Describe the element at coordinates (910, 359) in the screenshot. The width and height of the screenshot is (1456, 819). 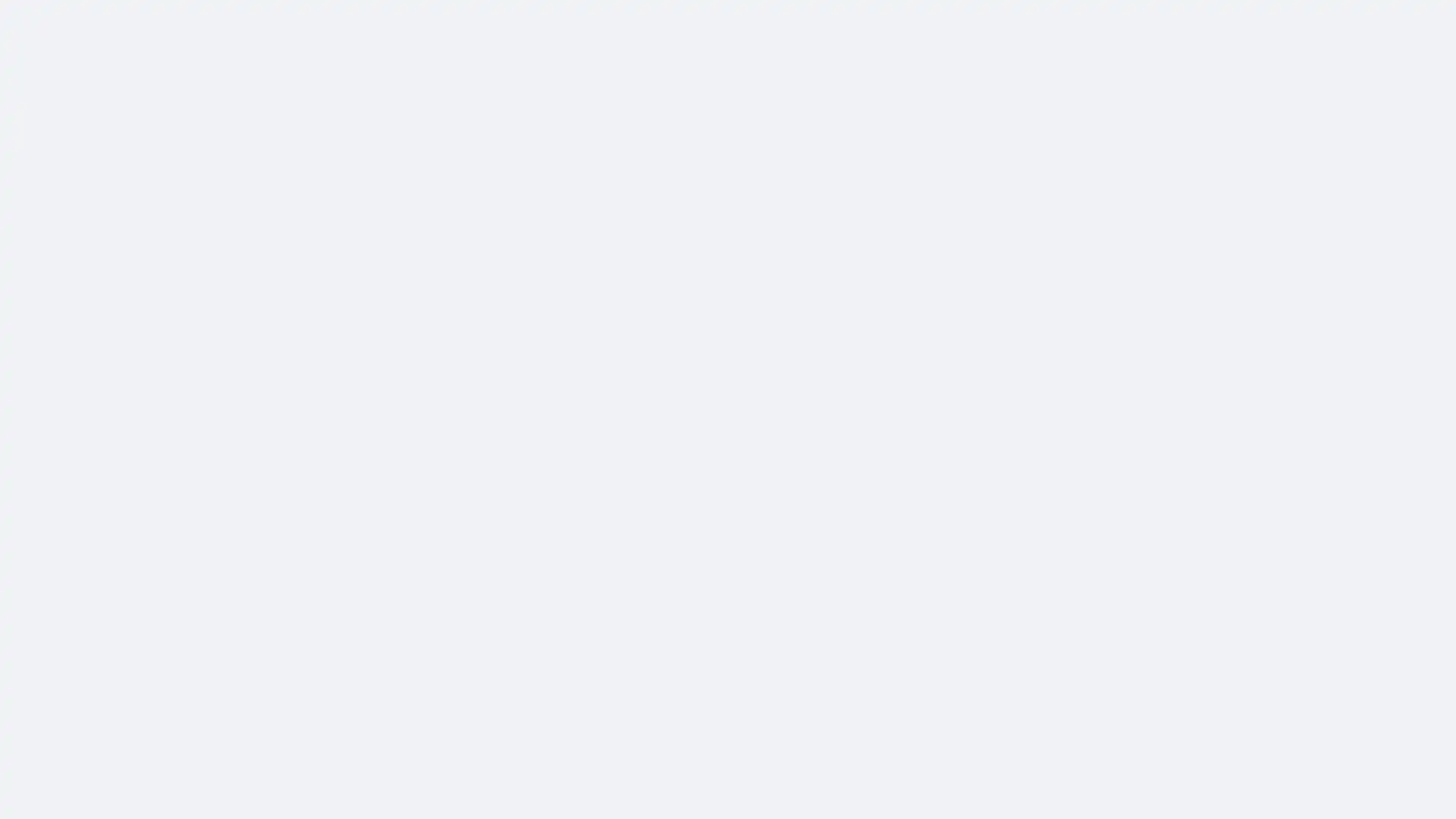
I see `Close` at that location.